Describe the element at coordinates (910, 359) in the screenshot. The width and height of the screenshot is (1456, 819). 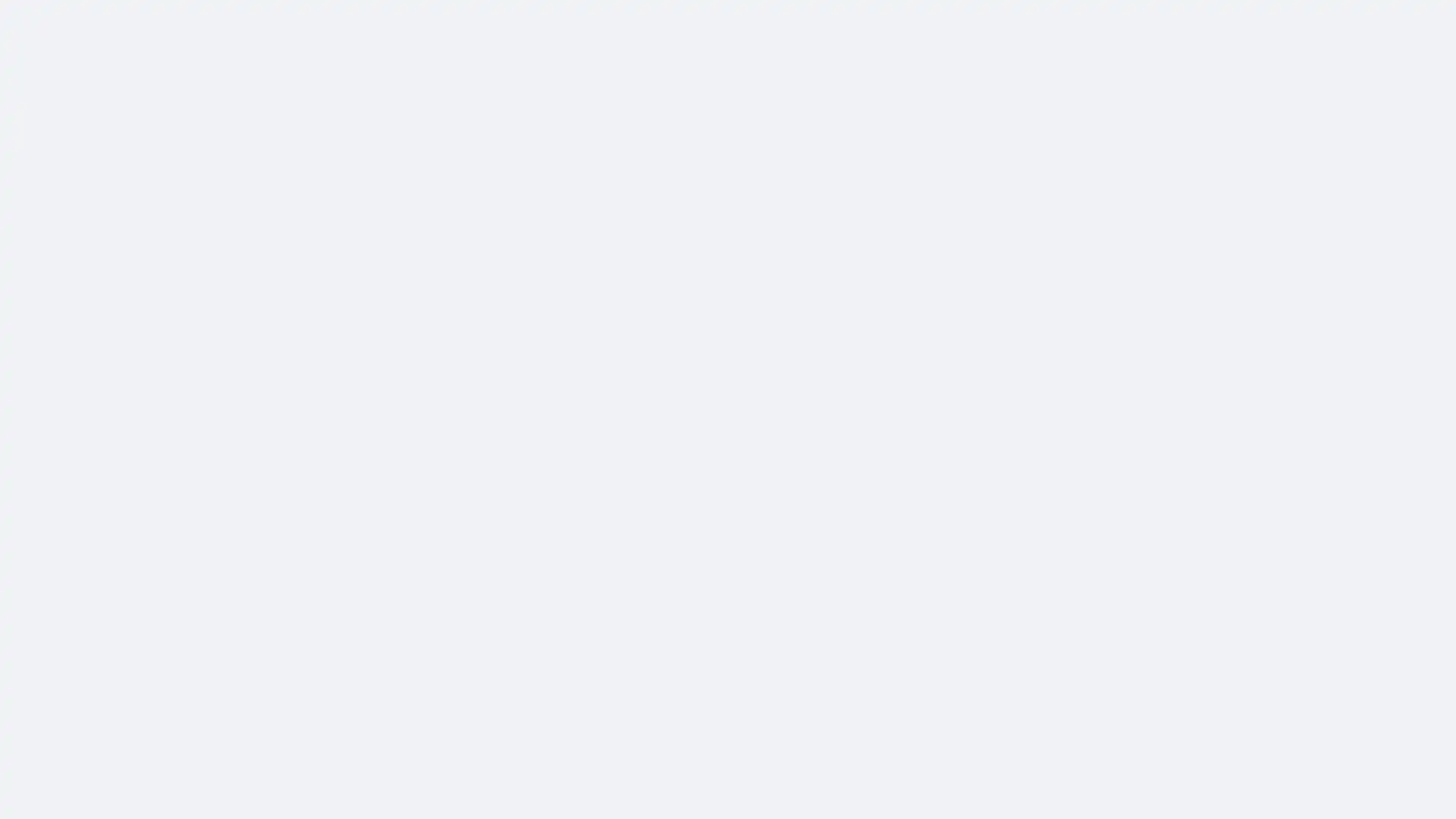
I see `Close` at that location.